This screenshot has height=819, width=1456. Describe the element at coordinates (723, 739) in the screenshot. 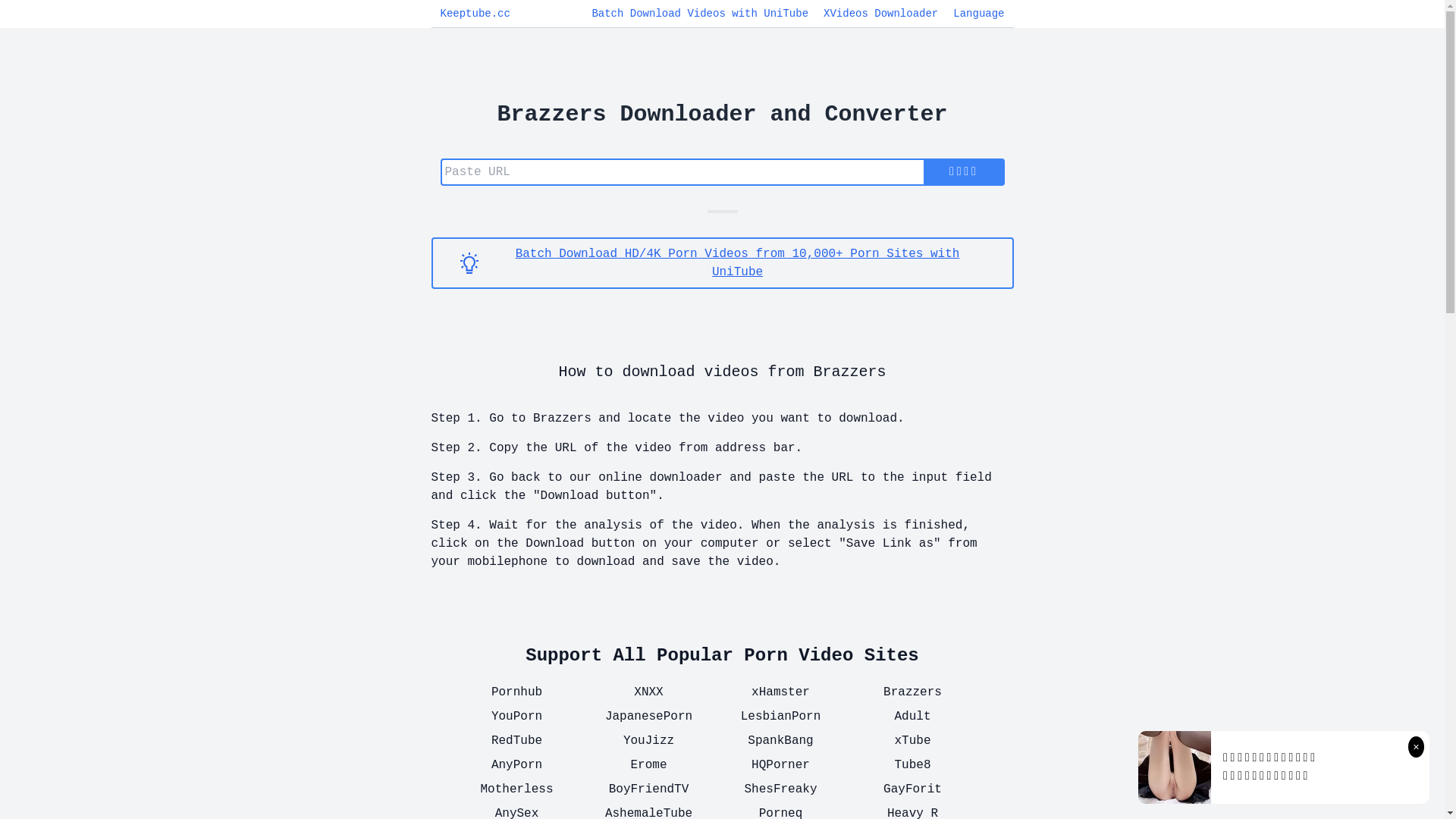

I see `'SpankBang'` at that location.